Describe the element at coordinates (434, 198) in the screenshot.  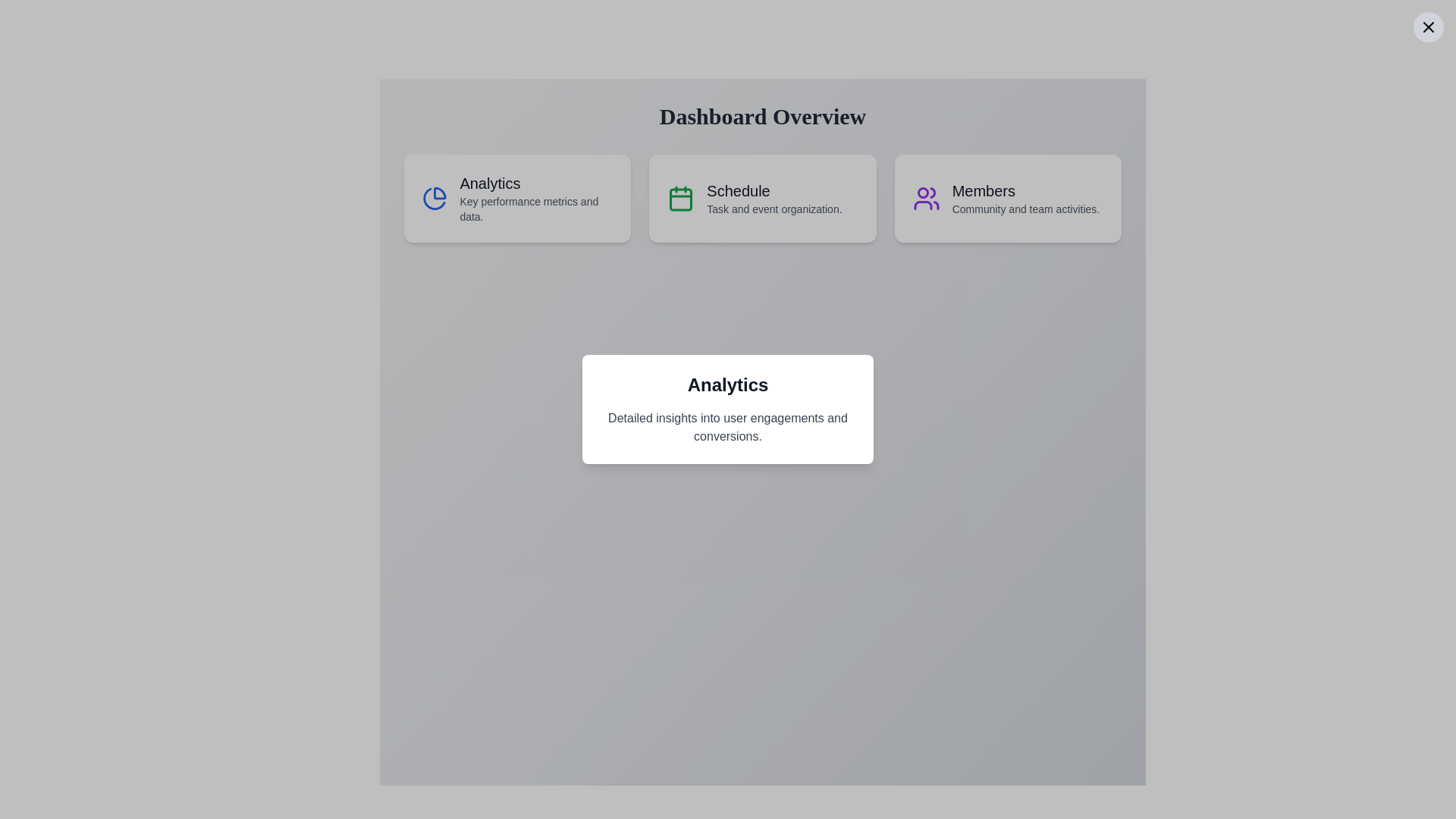
I see `the pie chart icon styled in blue, representing analytics, located in the top-left corner of the dashboard overview section next to the text 'Analytics'` at that location.